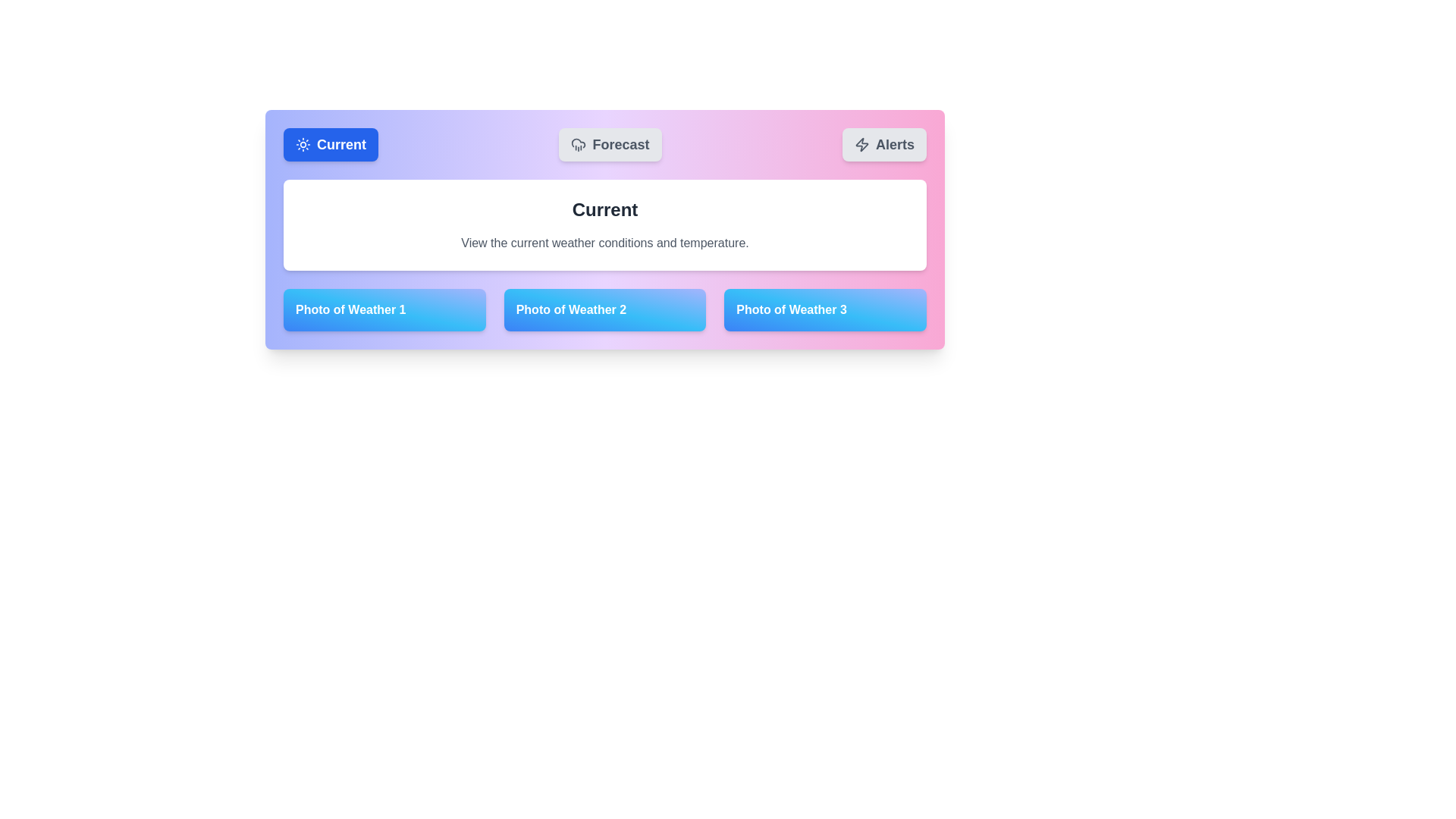 The image size is (1456, 819). What do you see at coordinates (862, 145) in the screenshot?
I see `the 'Alerts' icon located in the top right corner of the interface, which indicates critical or urgent information to the user` at bounding box center [862, 145].